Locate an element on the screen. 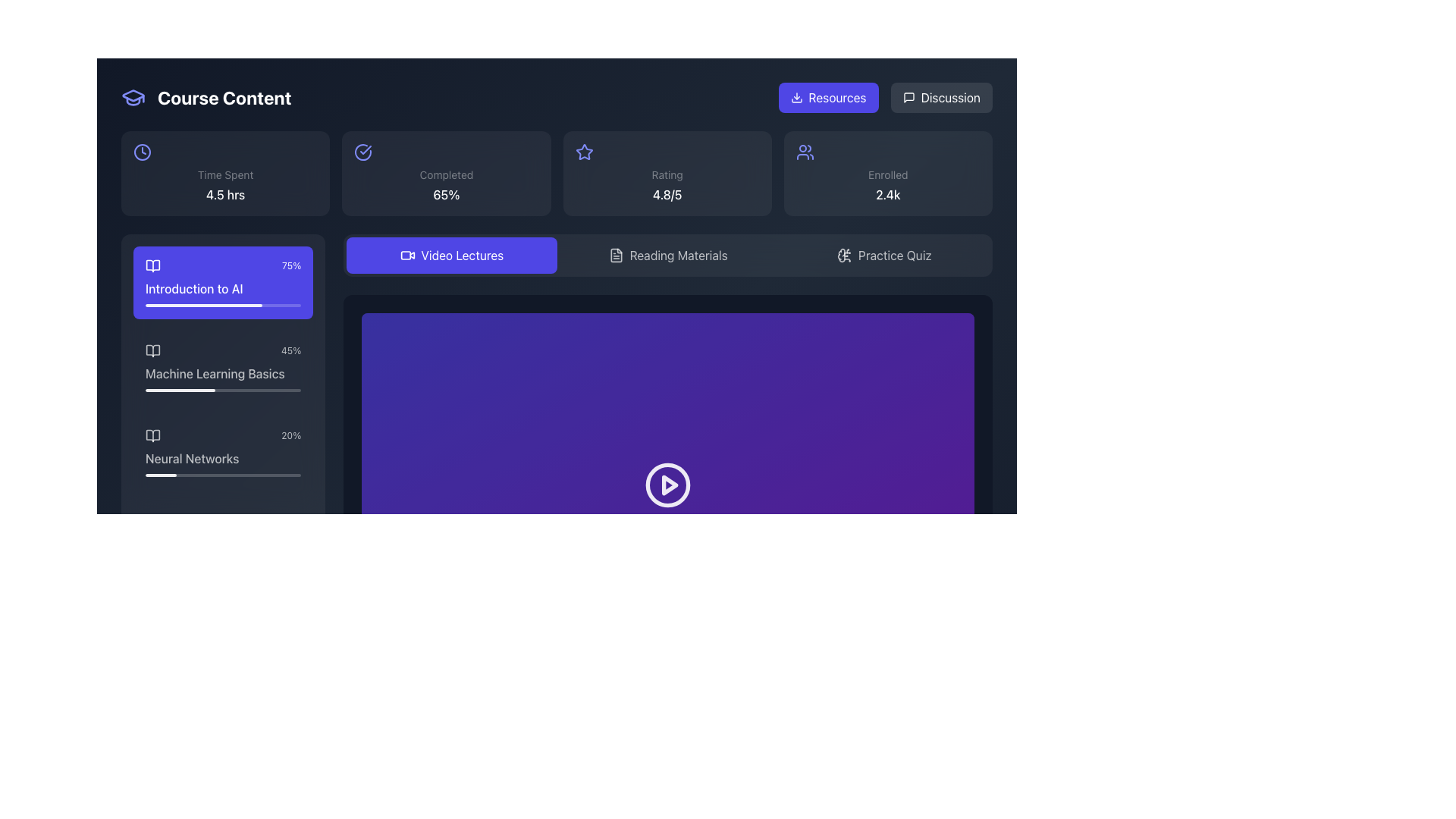  the 'Video Lectures' text label, which is styled in white on a blue background and is part of the navigation button in the menu bar is located at coordinates (461, 254).